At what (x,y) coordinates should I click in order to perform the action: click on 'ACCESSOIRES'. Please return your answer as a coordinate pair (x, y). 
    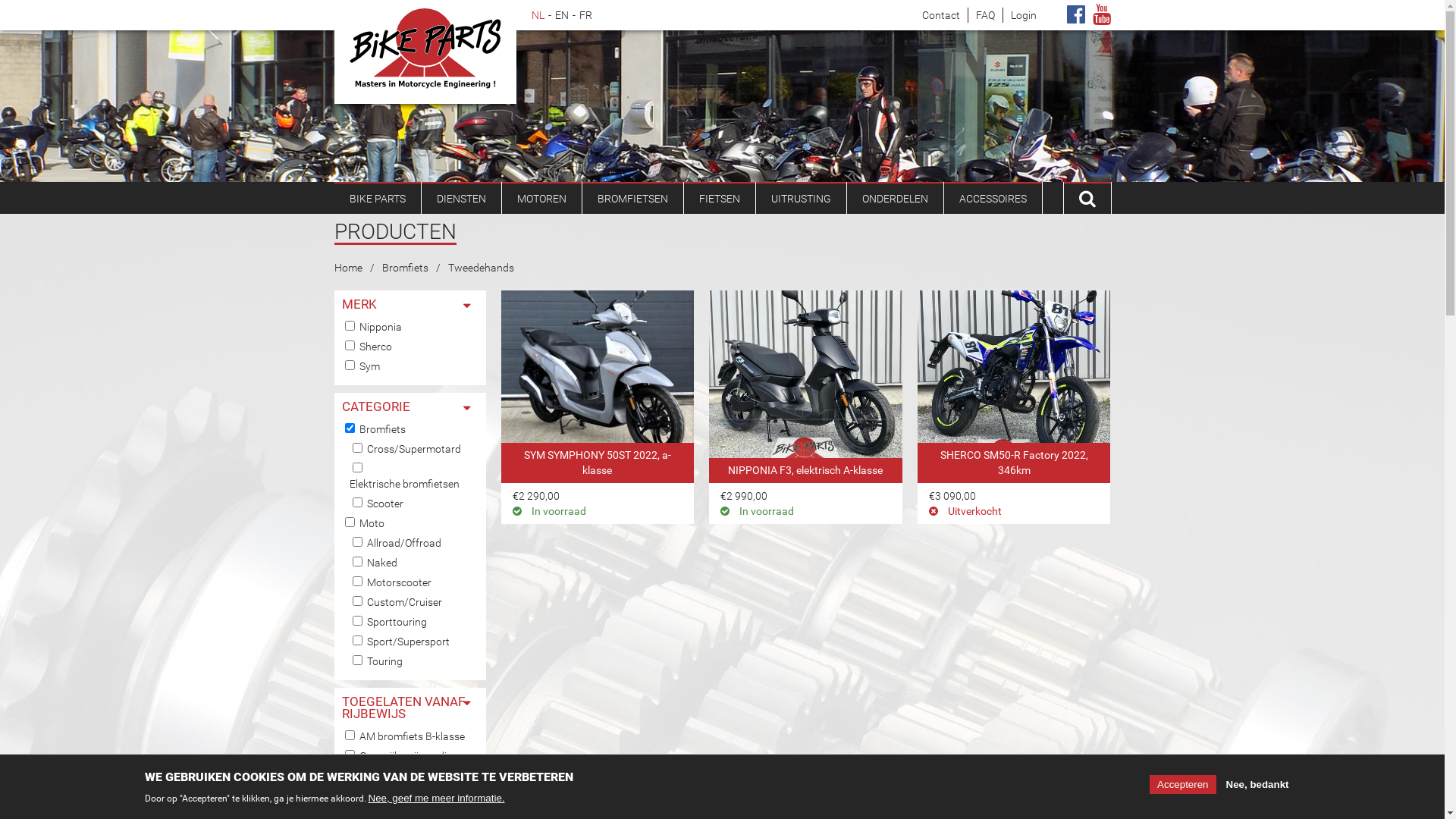
    Looking at the image, I should click on (992, 197).